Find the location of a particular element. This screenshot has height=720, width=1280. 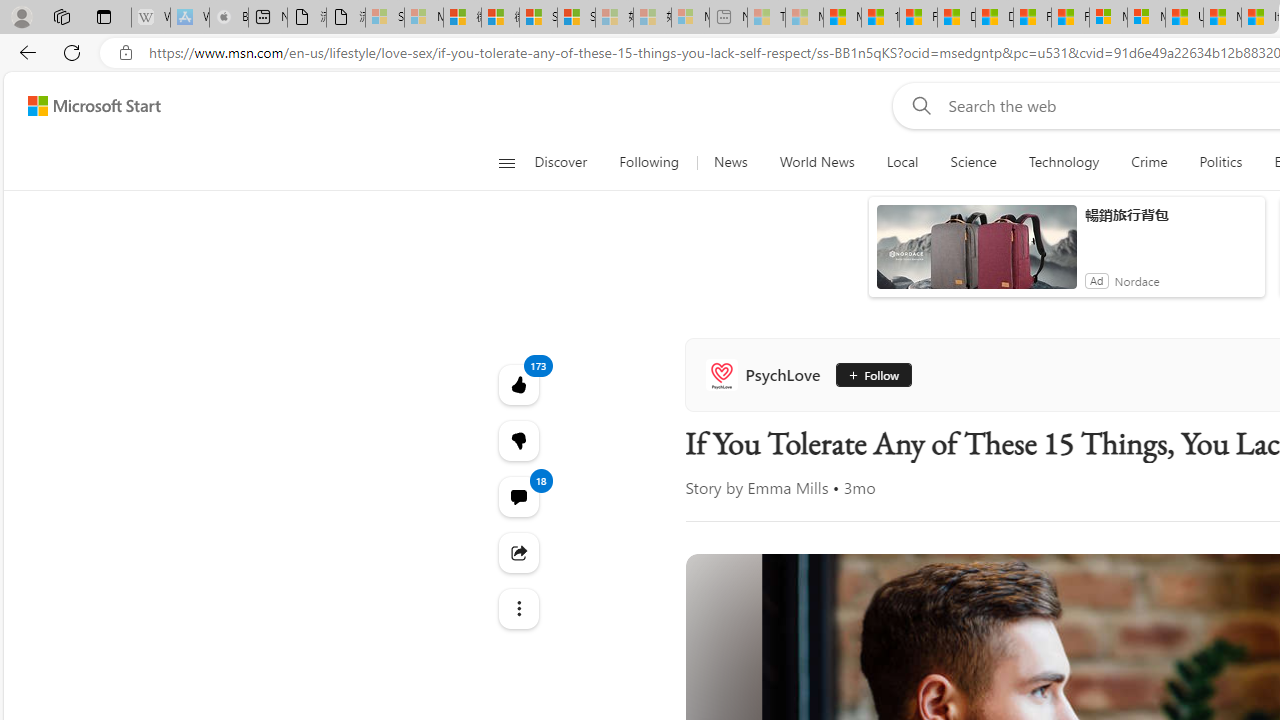

'Share this story' is located at coordinates (518, 552).